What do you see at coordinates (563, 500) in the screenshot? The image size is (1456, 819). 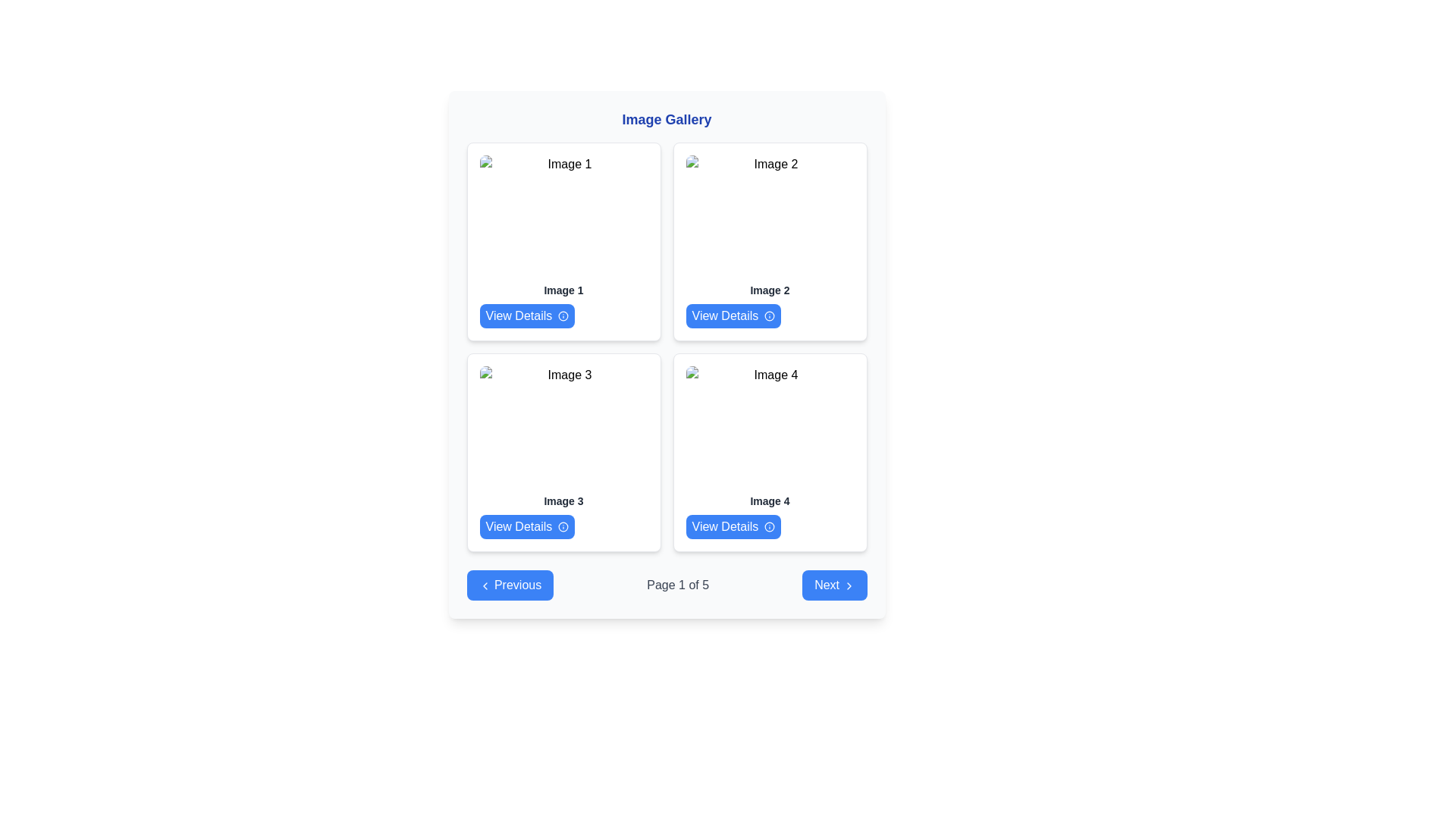 I see `the text label displaying 'Image 3', which is styled with a bold font and dark gray color, located below the image placeholder in a white card layout` at bounding box center [563, 500].